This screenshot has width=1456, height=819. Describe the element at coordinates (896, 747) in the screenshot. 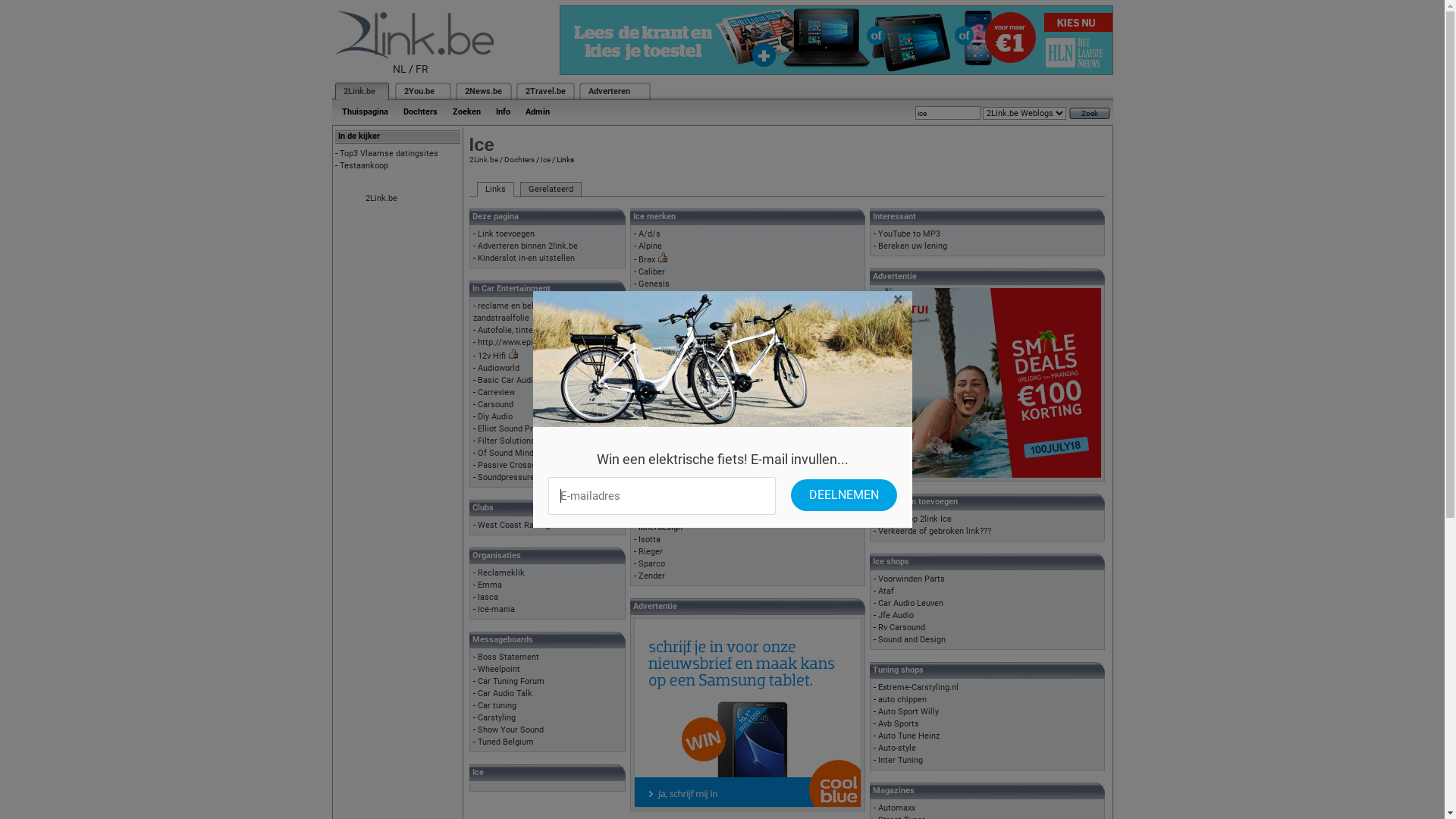

I see `'Auto-style'` at that location.